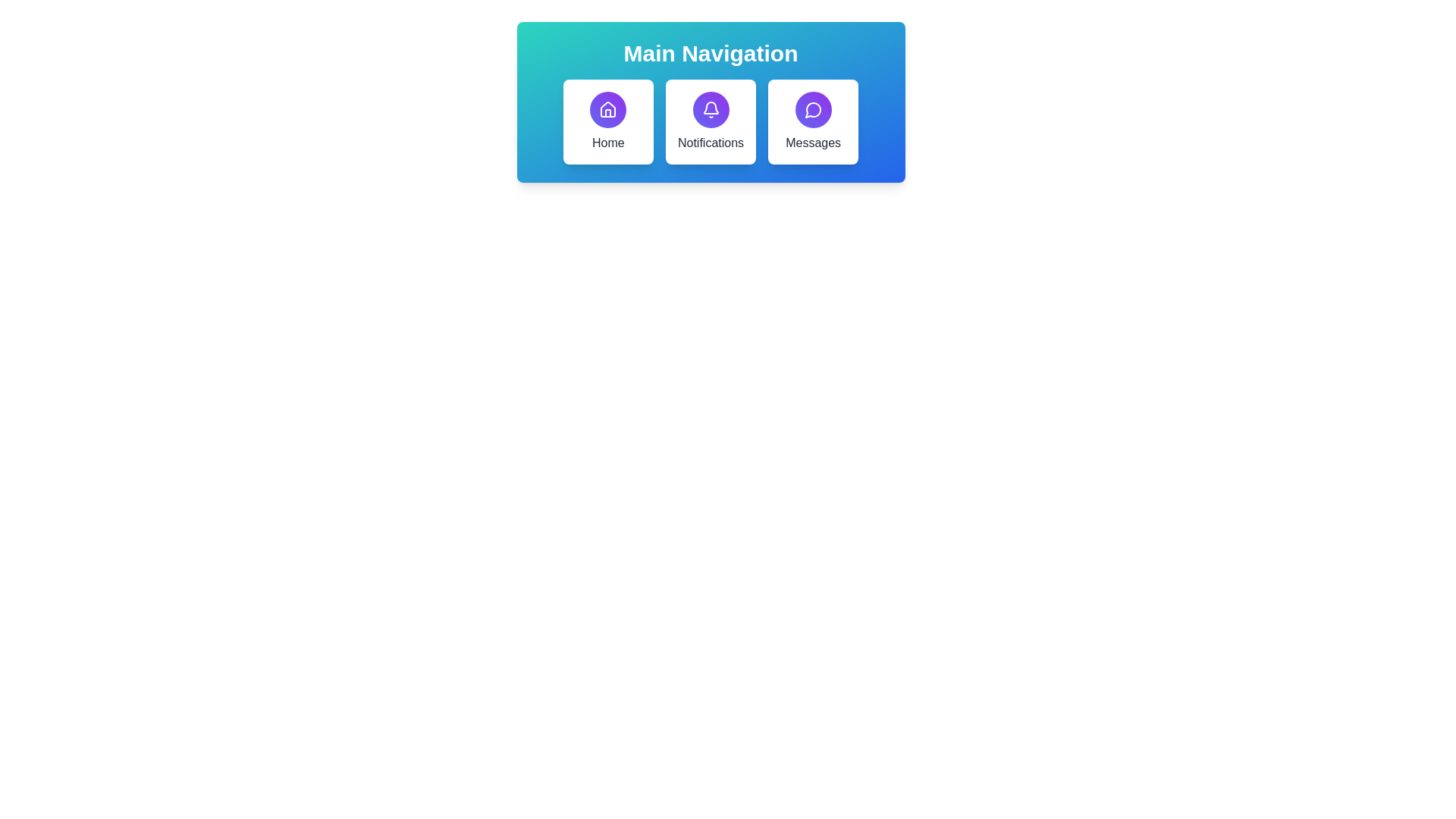 Image resolution: width=1456 pixels, height=819 pixels. Describe the element at coordinates (608, 109) in the screenshot. I see `the small, circular icon with a gradient background and a white house icon in the center, located at the top portion of the 'Home' card` at that location.